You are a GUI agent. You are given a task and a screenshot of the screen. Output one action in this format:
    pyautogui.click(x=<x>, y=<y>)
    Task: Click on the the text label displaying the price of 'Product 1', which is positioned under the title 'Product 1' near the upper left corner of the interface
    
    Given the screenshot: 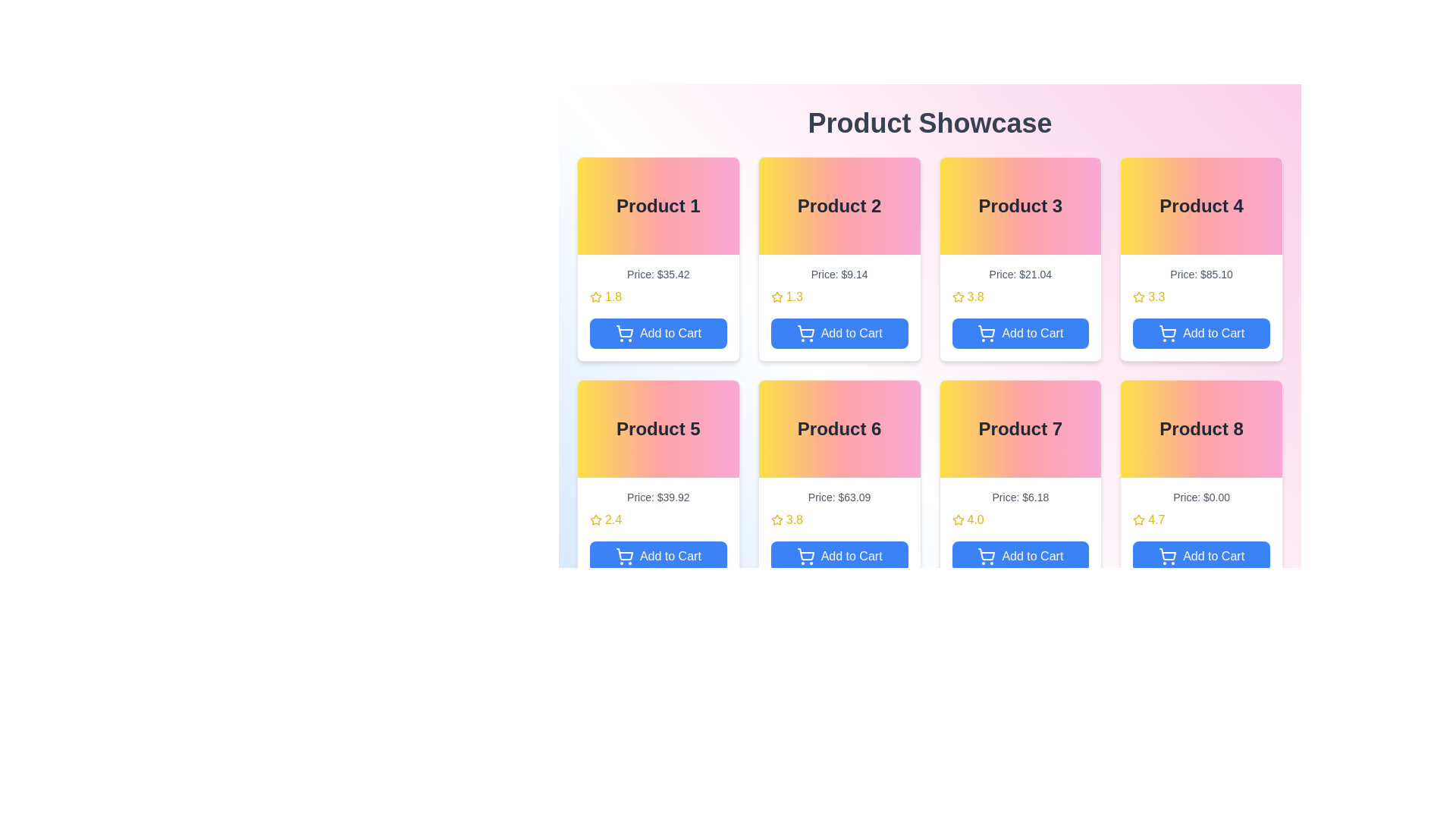 What is the action you would take?
    pyautogui.click(x=658, y=275)
    